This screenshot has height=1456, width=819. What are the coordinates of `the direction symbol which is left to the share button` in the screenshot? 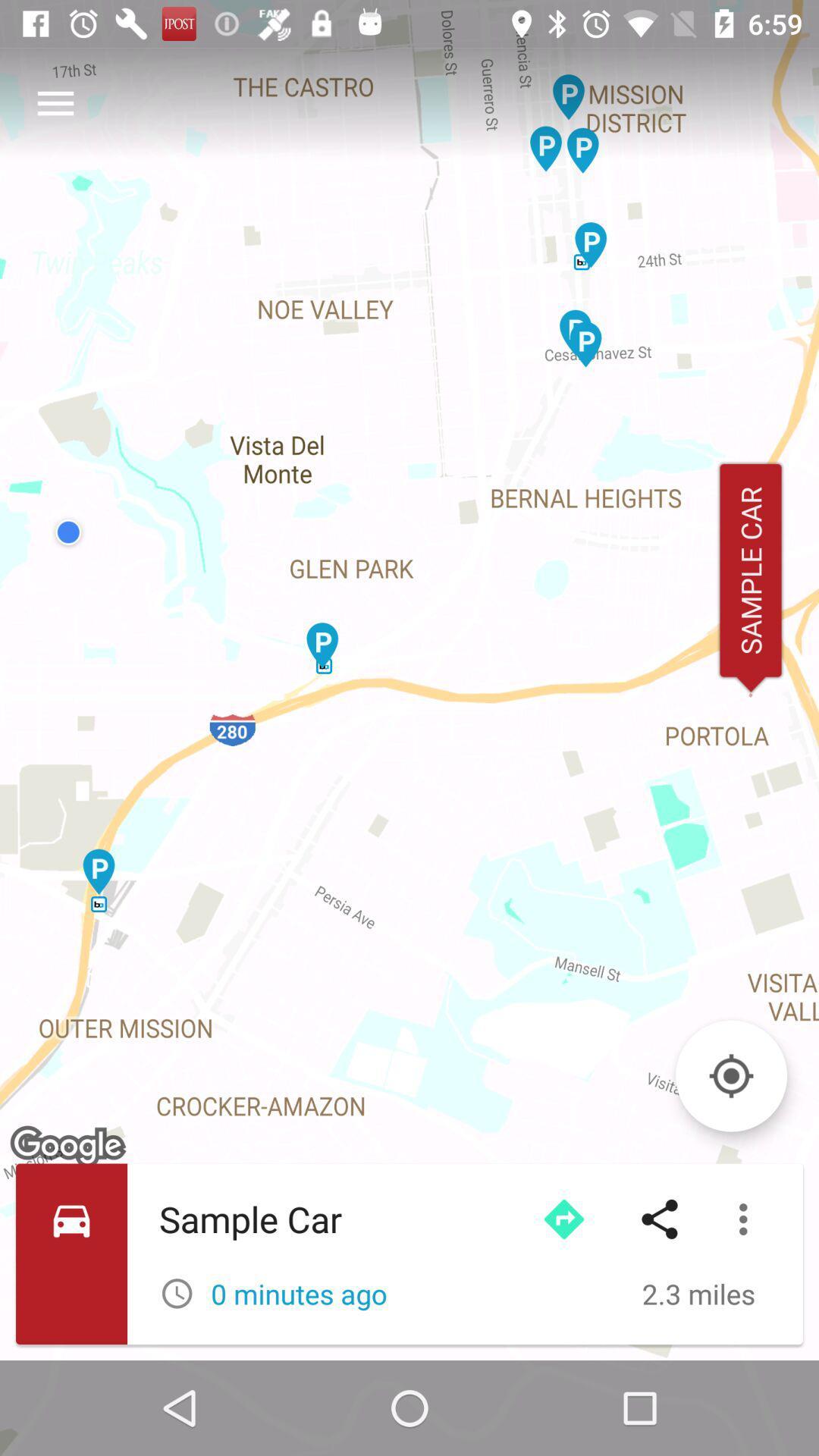 It's located at (564, 1219).